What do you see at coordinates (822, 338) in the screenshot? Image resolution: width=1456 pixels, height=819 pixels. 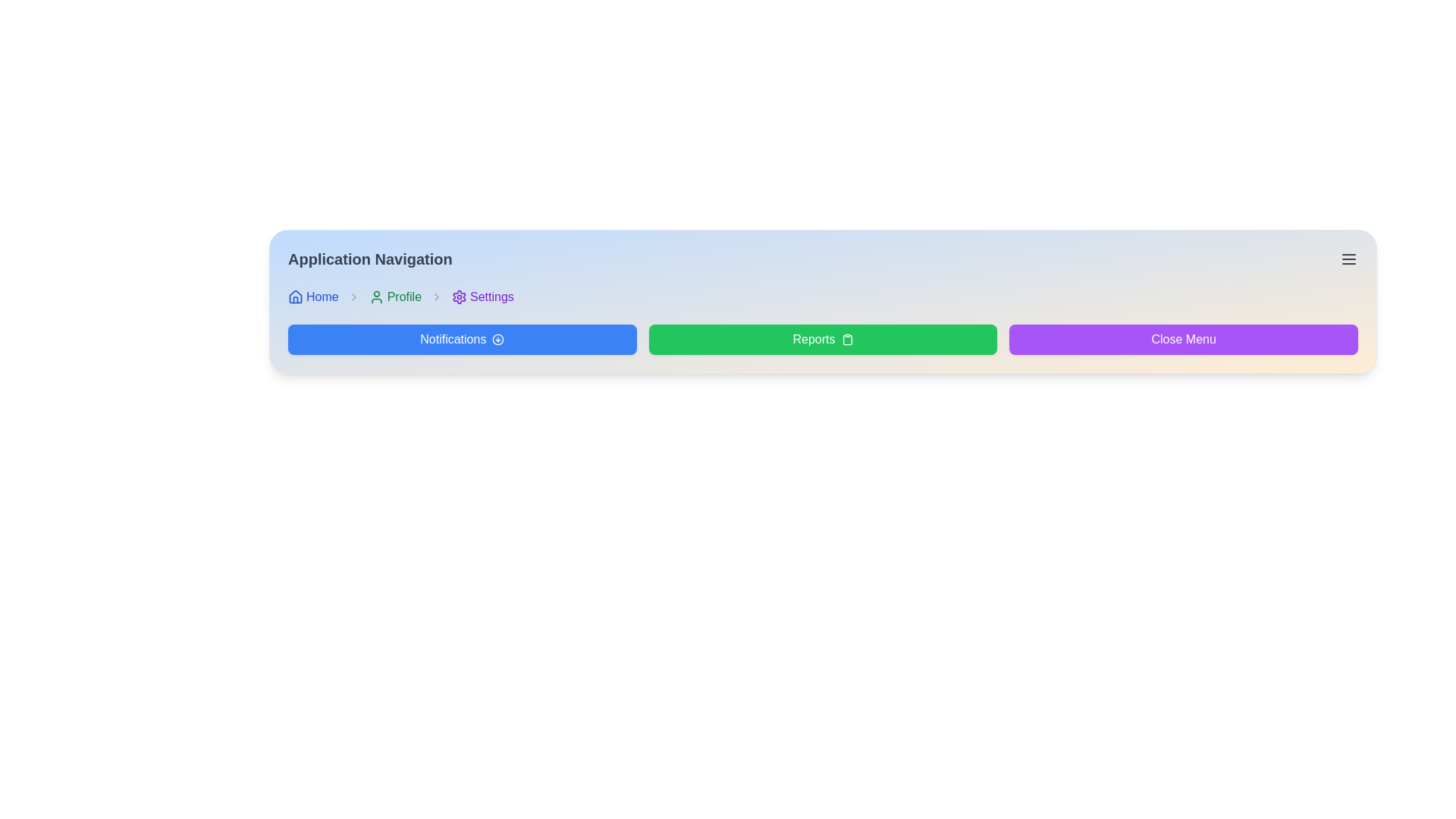 I see `the 'Reports' button, which is centrally located among three buttons` at bounding box center [822, 338].